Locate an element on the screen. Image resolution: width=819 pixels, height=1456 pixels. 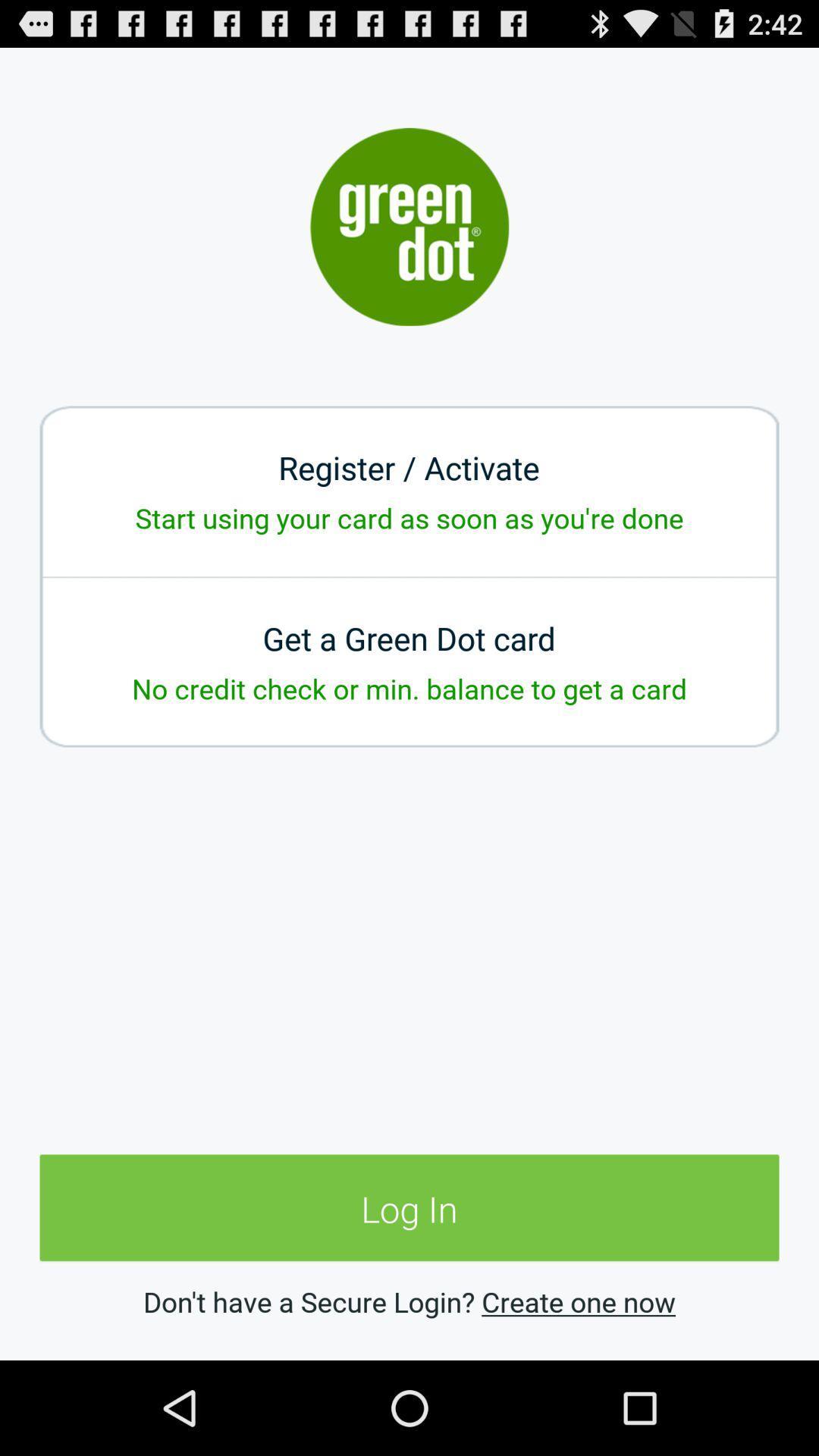
the icon at the bottom right corner is located at coordinates (579, 1301).